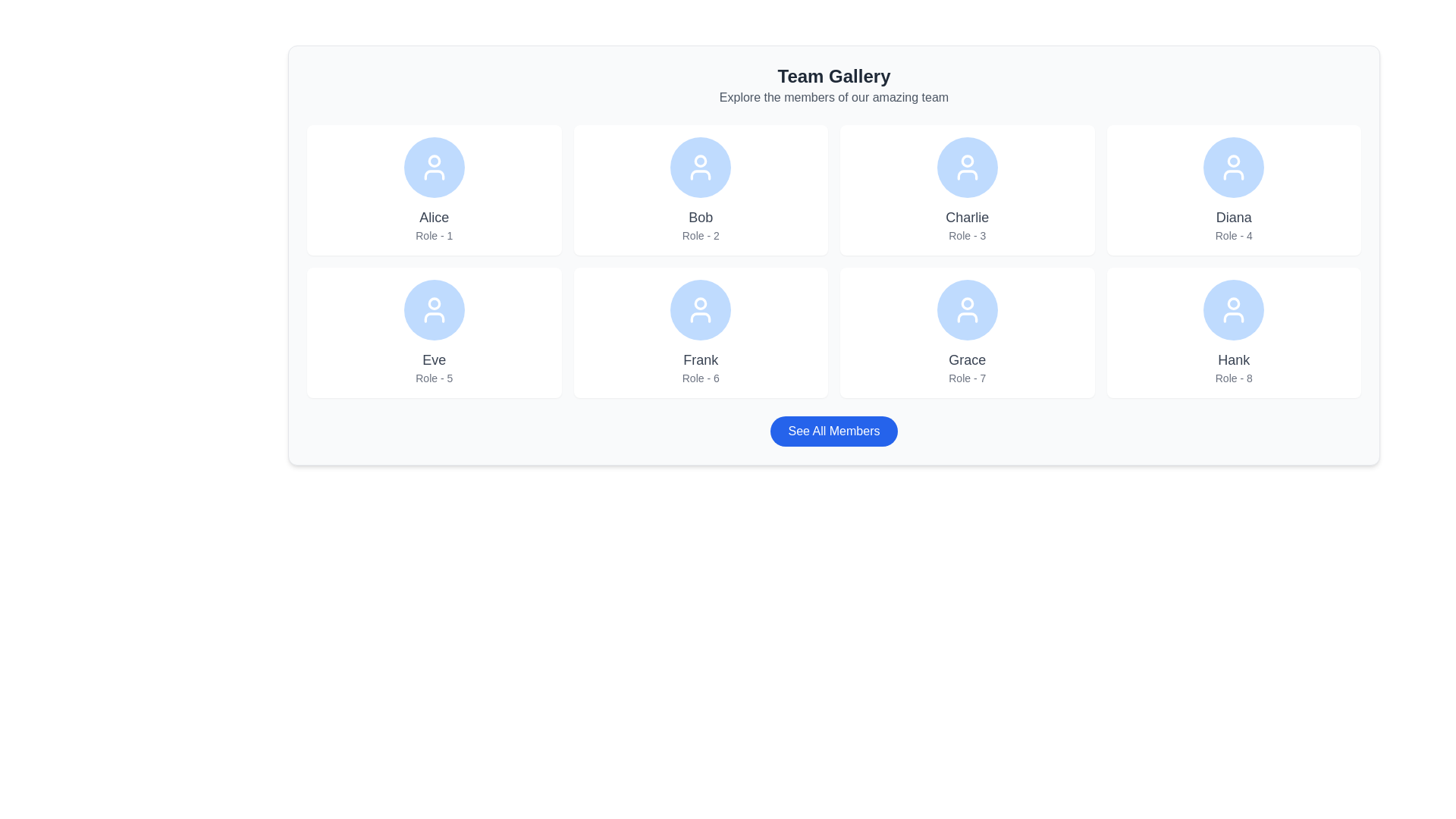 The image size is (1456, 819). What do you see at coordinates (433, 189) in the screenshot?
I see `the user information card for 'Alice', which is the first card in the first column of the user cards grid layout` at bounding box center [433, 189].